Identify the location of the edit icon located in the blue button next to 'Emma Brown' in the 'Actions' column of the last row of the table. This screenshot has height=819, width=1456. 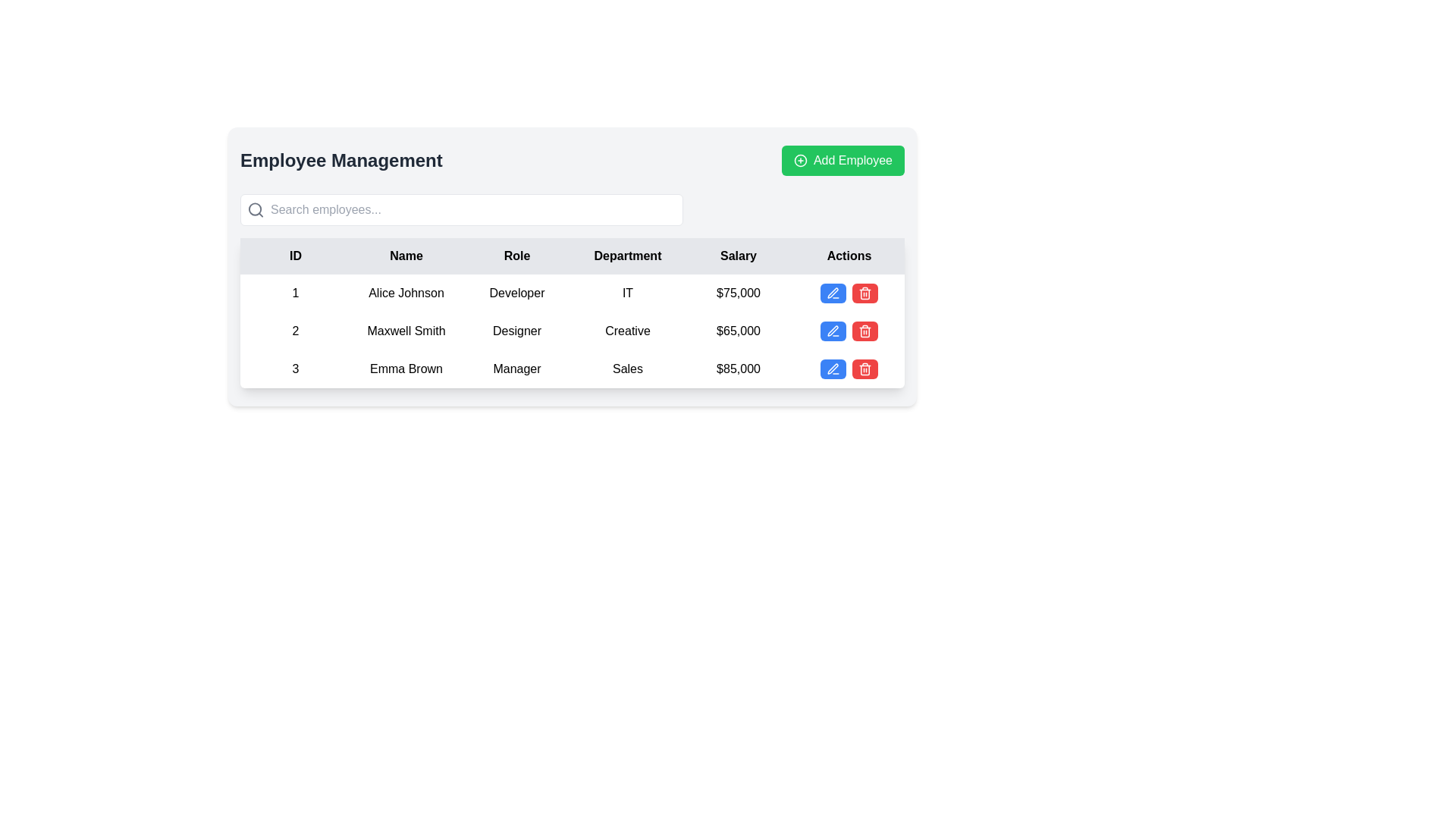
(833, 293).